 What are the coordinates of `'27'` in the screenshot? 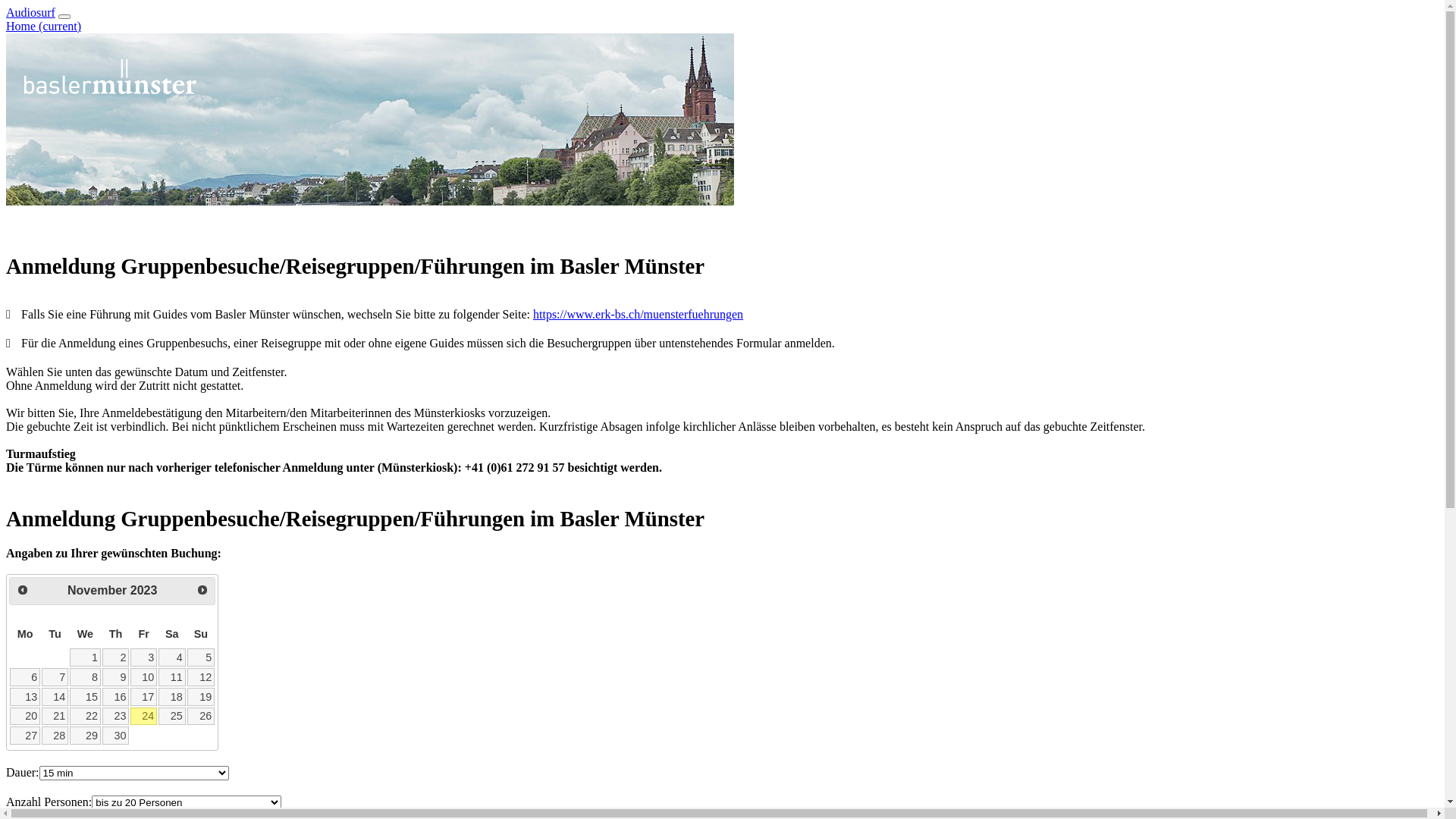 It's located at (25, 734).